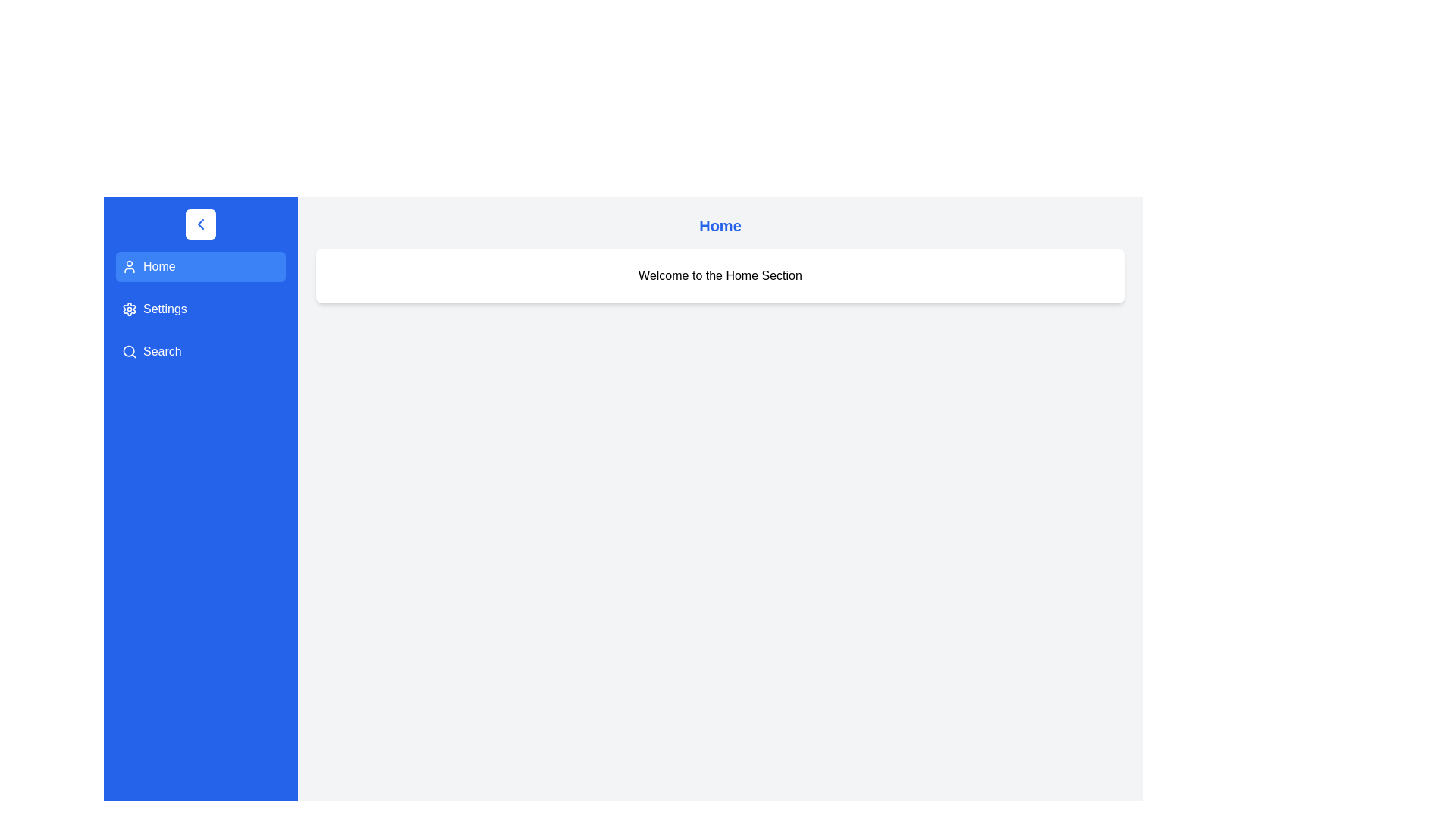  Describe the element at coordinates (199, 351) in the screenshot. I see `the Search section from the drawer menu` at that location.